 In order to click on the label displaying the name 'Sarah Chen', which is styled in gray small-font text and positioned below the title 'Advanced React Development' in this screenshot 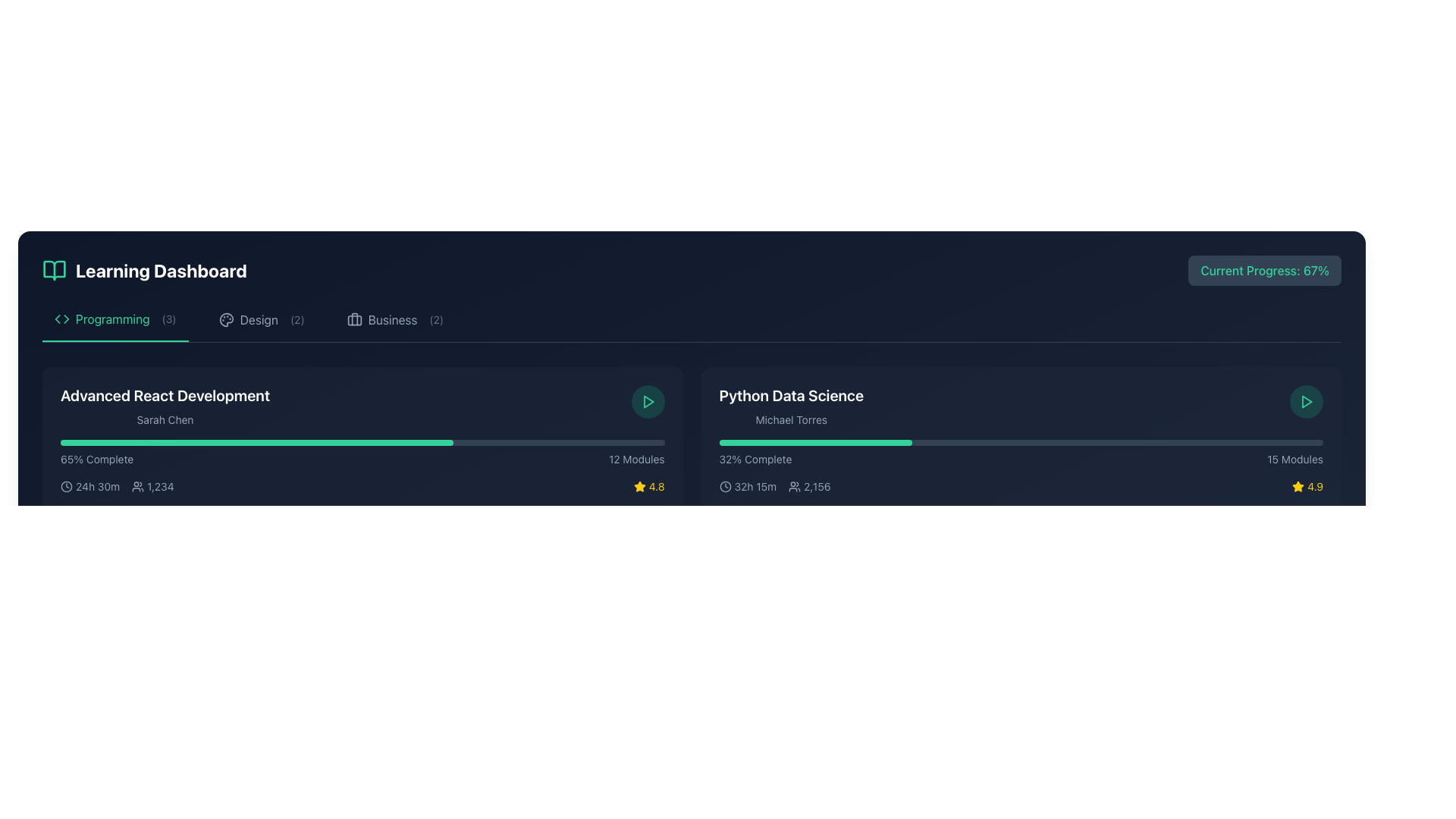, I will do `click(165, 420)`.